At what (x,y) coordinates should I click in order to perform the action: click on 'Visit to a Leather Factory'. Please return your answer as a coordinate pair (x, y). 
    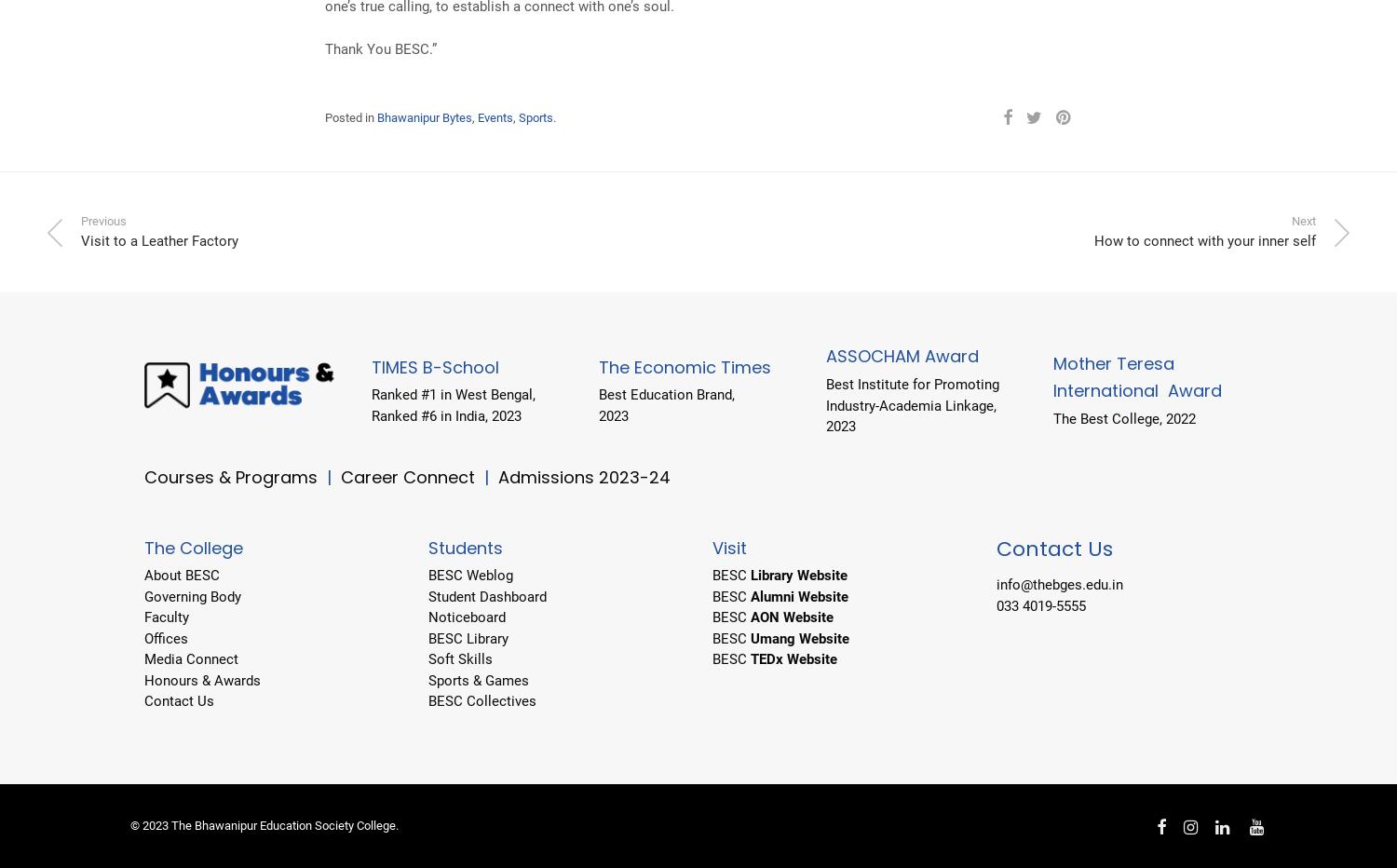
    Looking at the image, I should click on (159, 240).